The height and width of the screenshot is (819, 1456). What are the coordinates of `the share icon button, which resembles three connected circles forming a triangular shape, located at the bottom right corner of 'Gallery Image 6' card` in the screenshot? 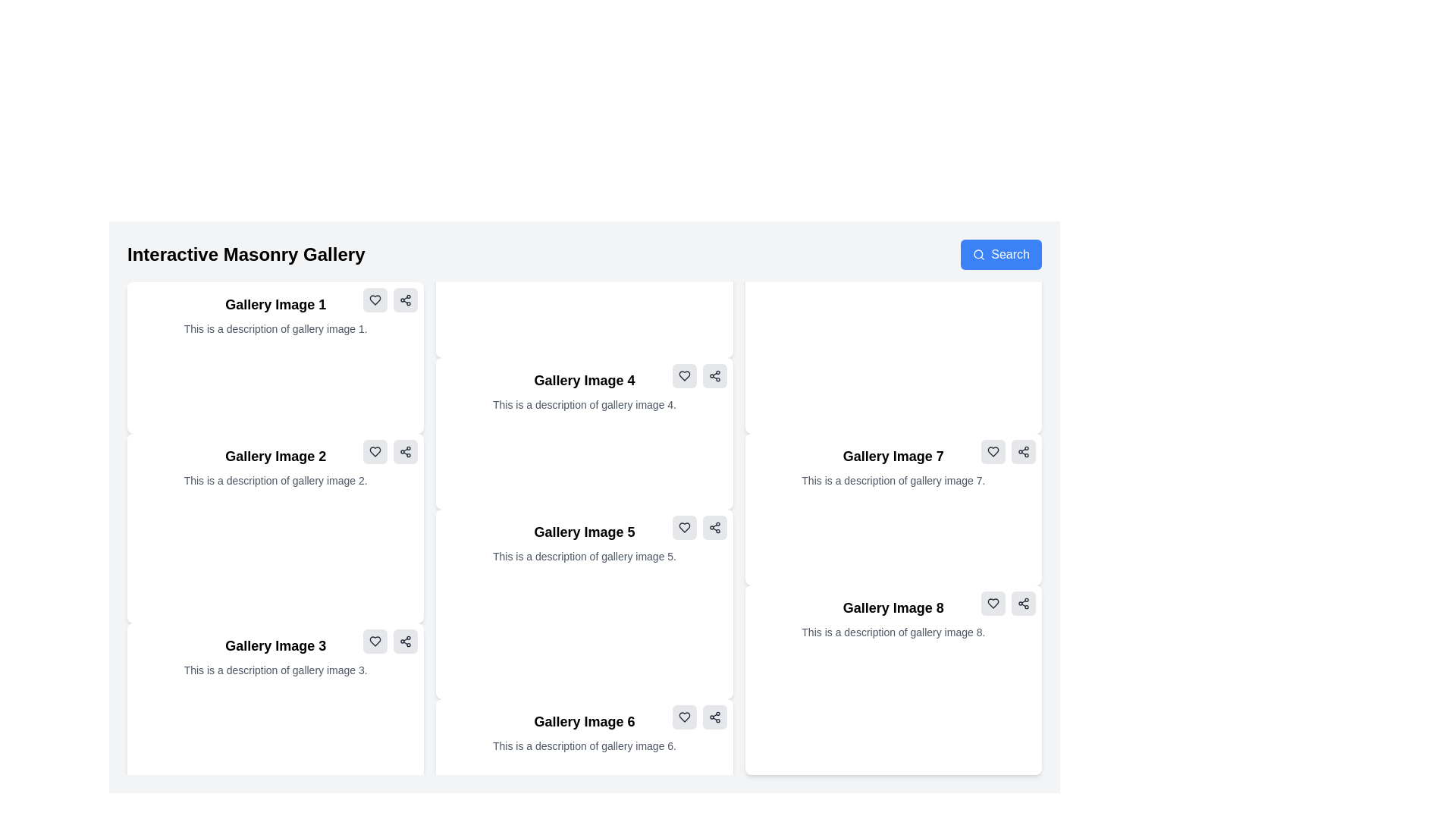 It's located at (714, 717).